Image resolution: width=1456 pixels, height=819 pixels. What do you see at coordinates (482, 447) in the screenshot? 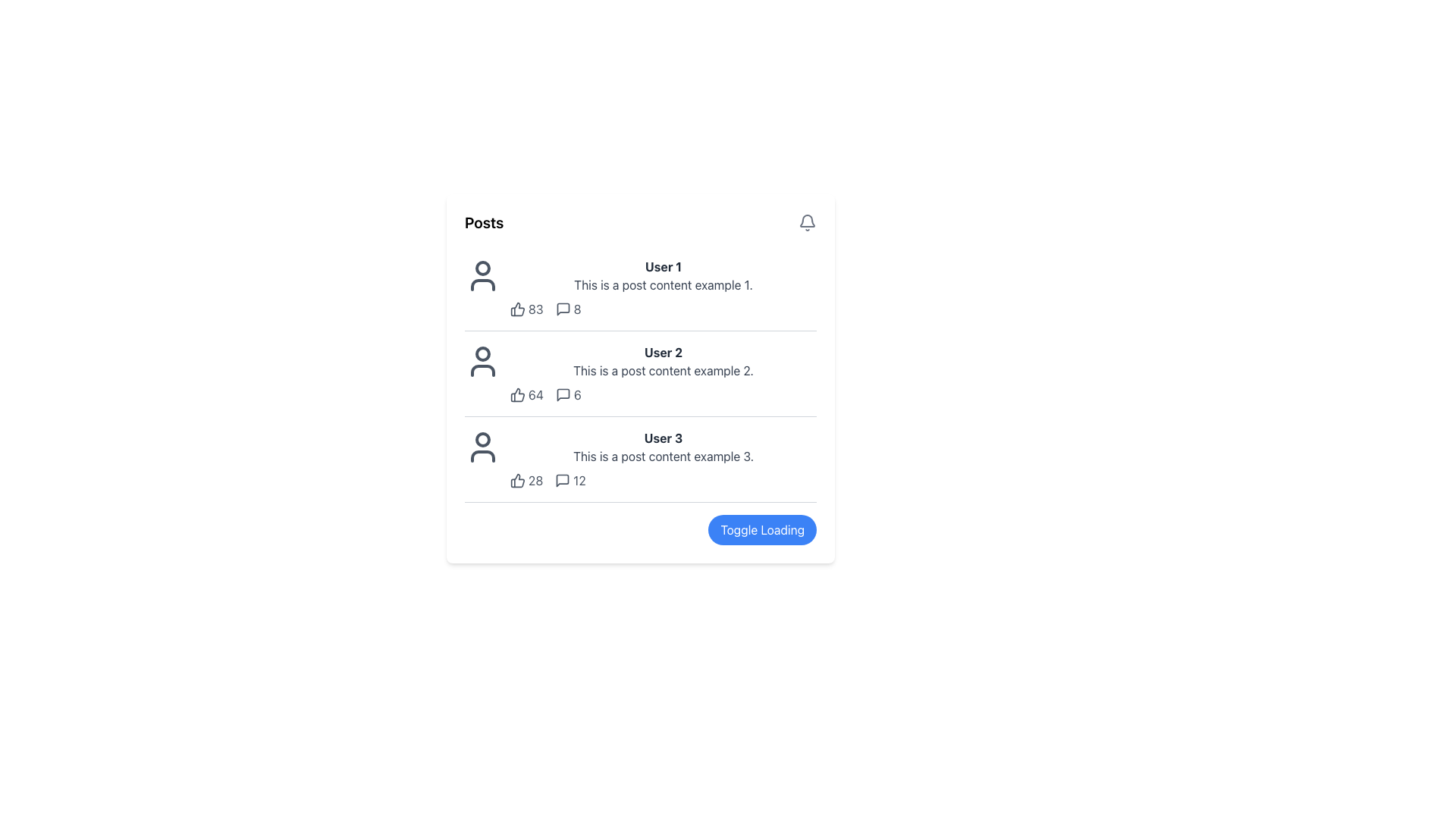
I see `the user profile icon located to the left of 'User 3' in the third post under the 'Posts' section` at bounding box center [482, 447].